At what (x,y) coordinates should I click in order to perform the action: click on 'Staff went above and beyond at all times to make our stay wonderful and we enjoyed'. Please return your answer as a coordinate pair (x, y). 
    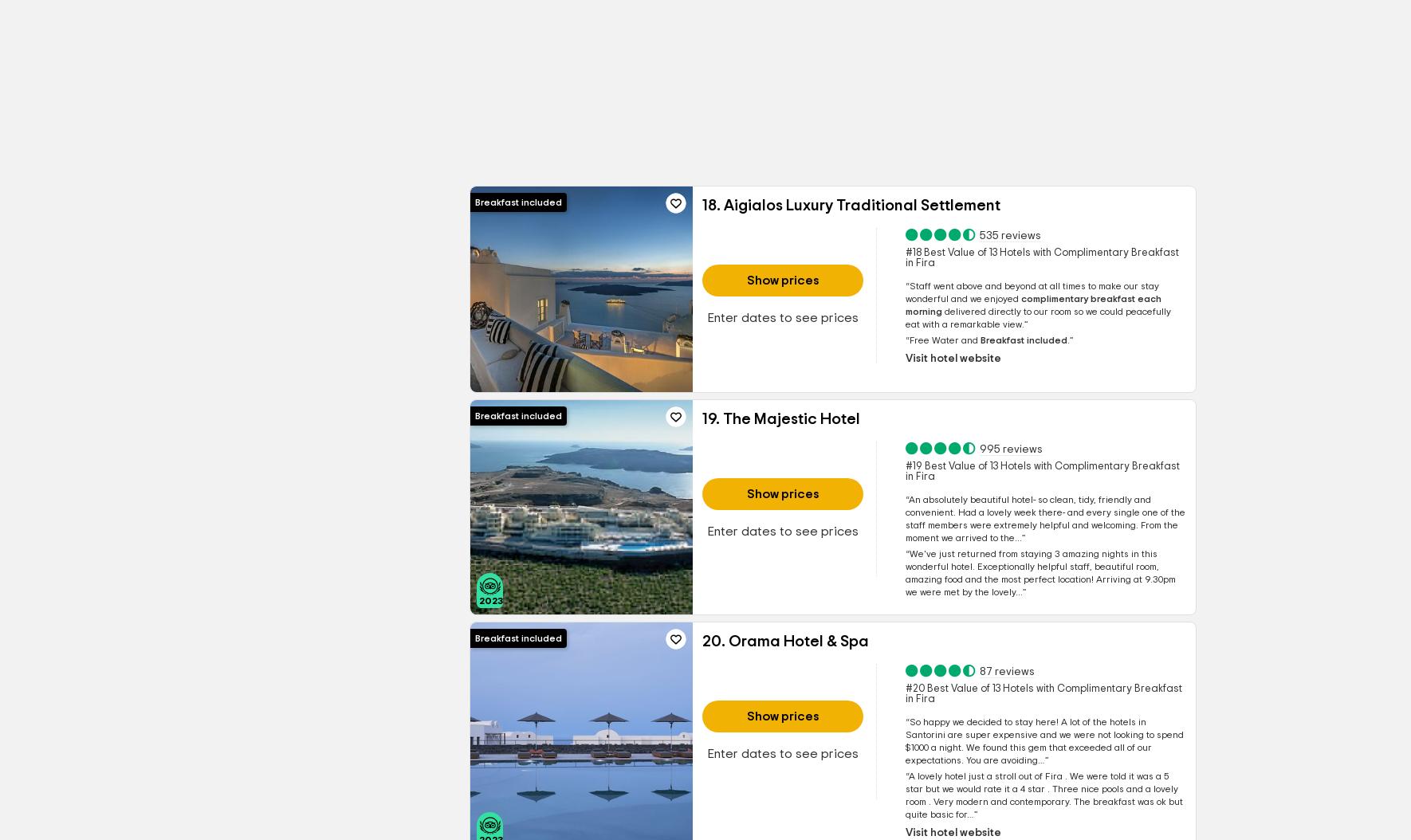
    Looking at the image, I should click on (1031, 292).